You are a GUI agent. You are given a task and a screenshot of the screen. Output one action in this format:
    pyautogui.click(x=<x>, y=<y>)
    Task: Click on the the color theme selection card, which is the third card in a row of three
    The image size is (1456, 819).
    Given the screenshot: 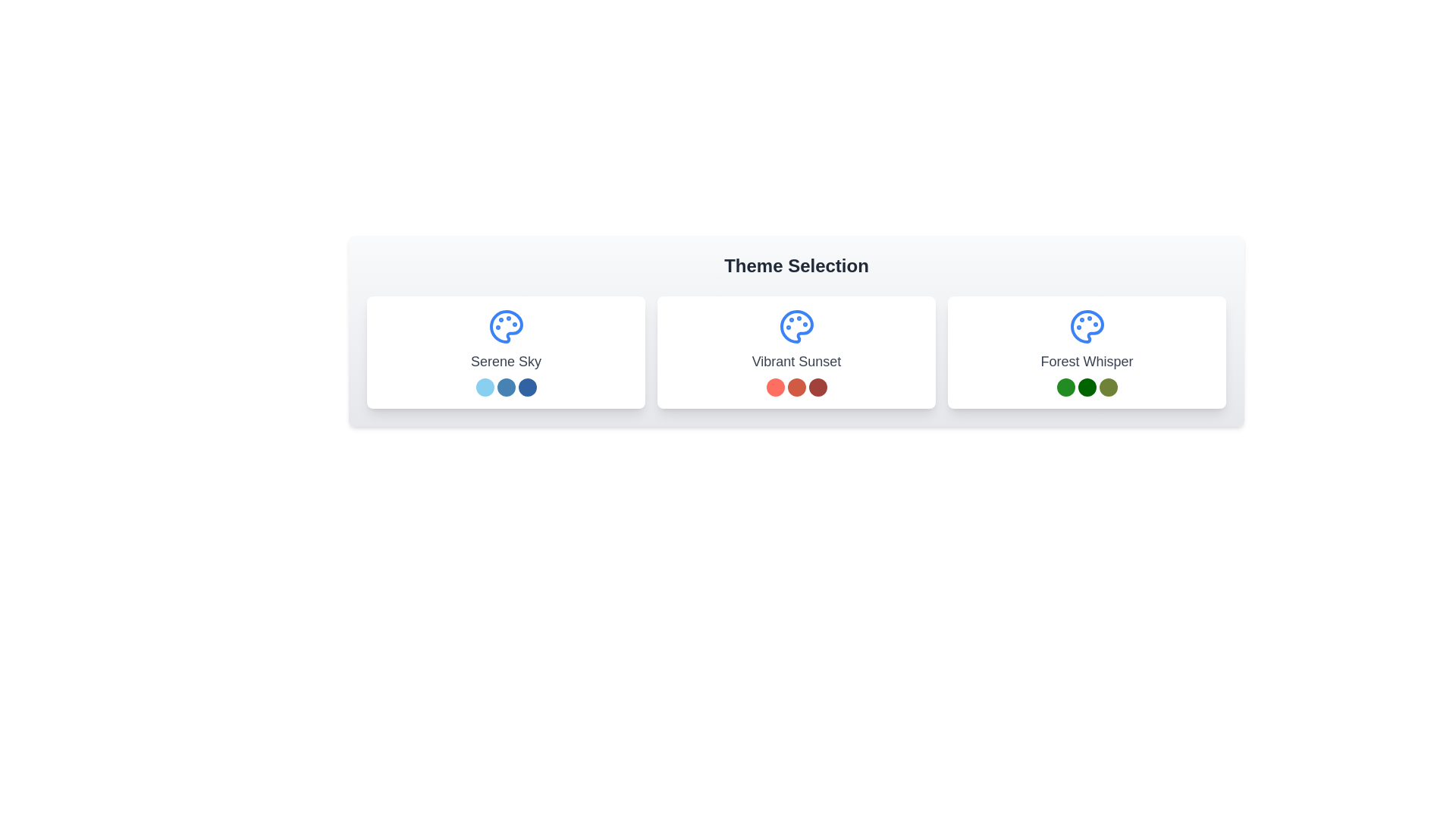 What is the action you would take?
    pyautogui.click(x=1086, y=353)
    